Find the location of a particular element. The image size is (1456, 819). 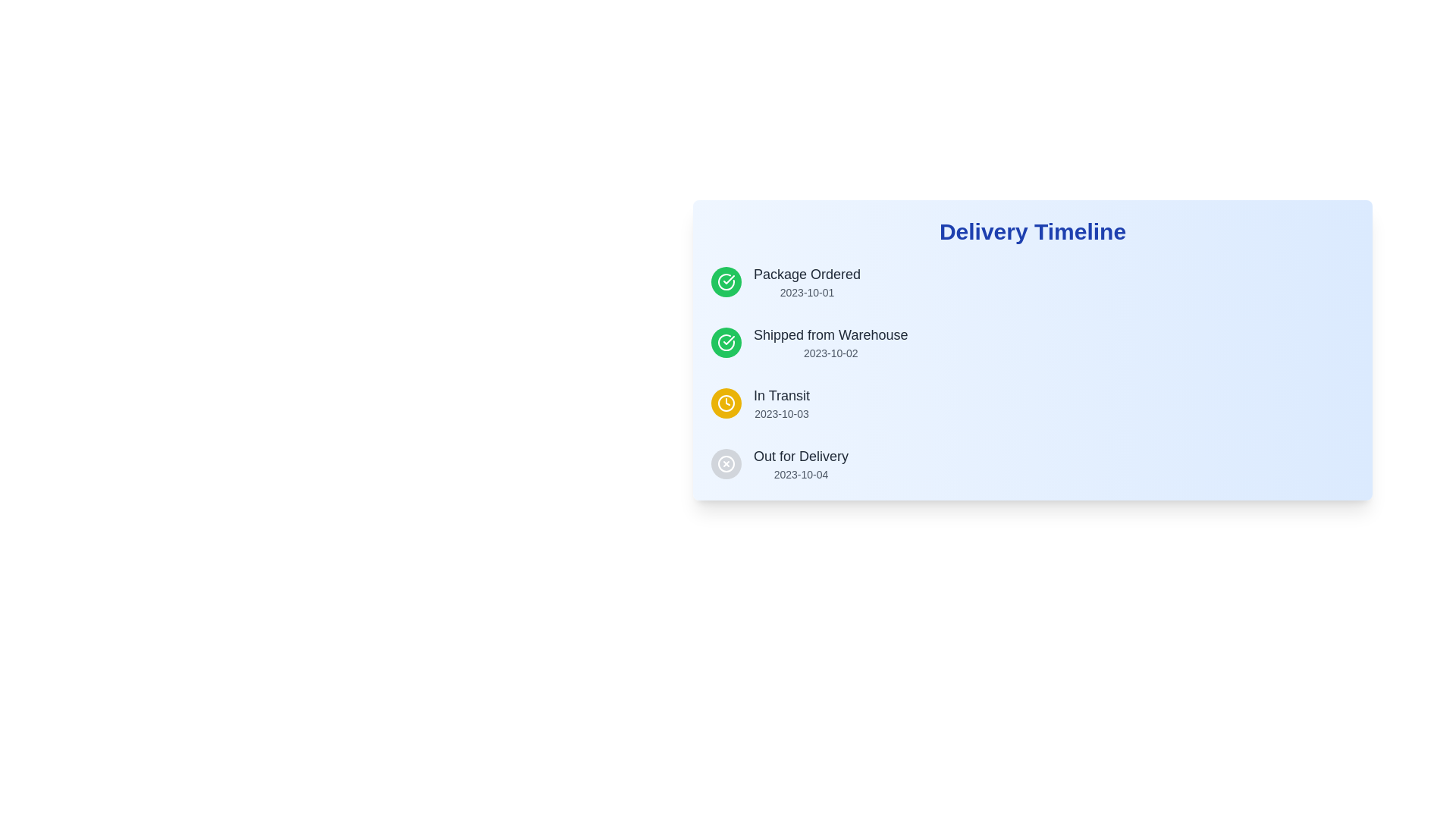

the 'In Transit' status label located in the delivery timeline is located at coordinates (782, 403).